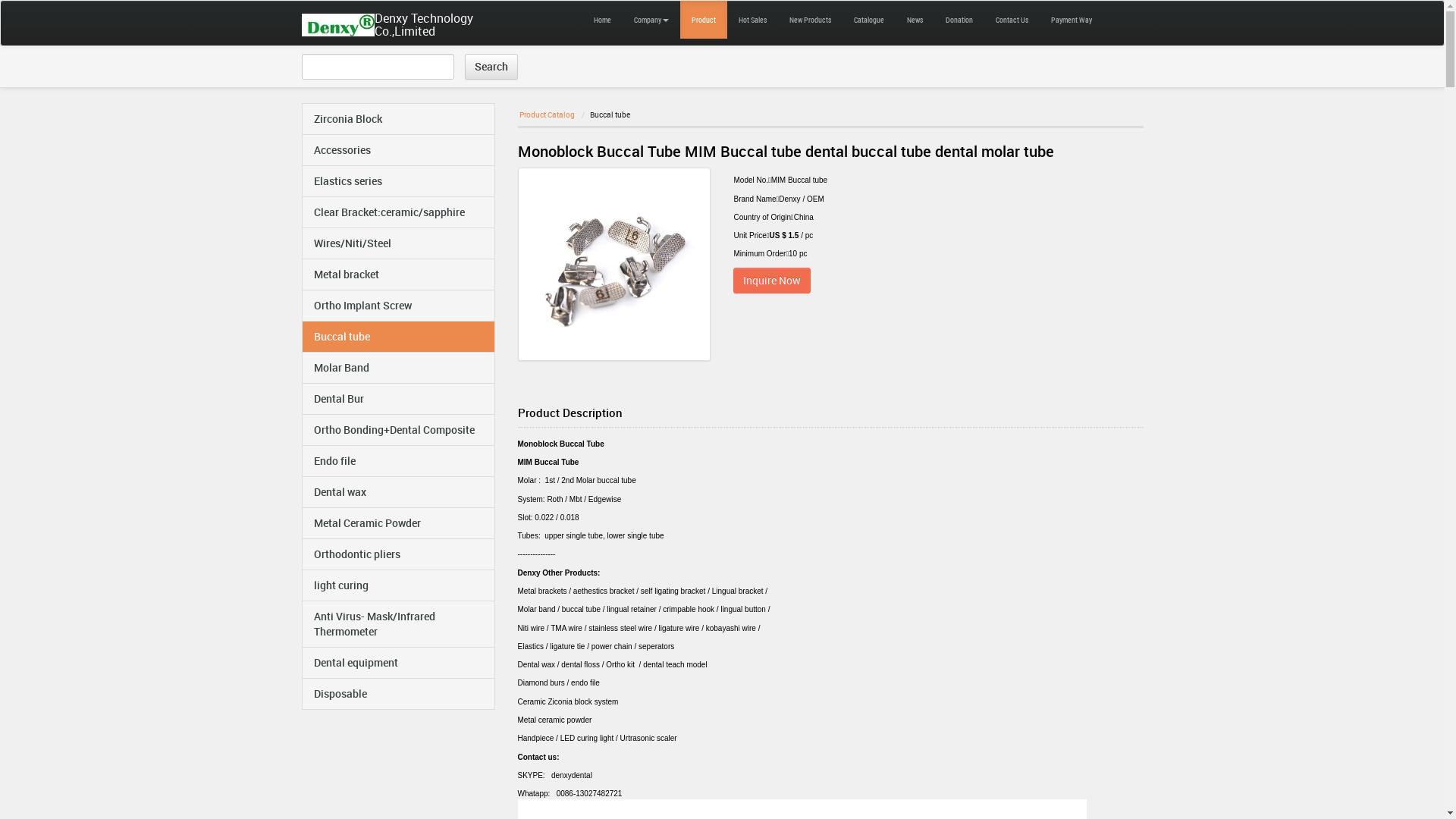  Describe the element at coordinates (868, 20) in the screenshot. I see `'Catalogue'` at that location.